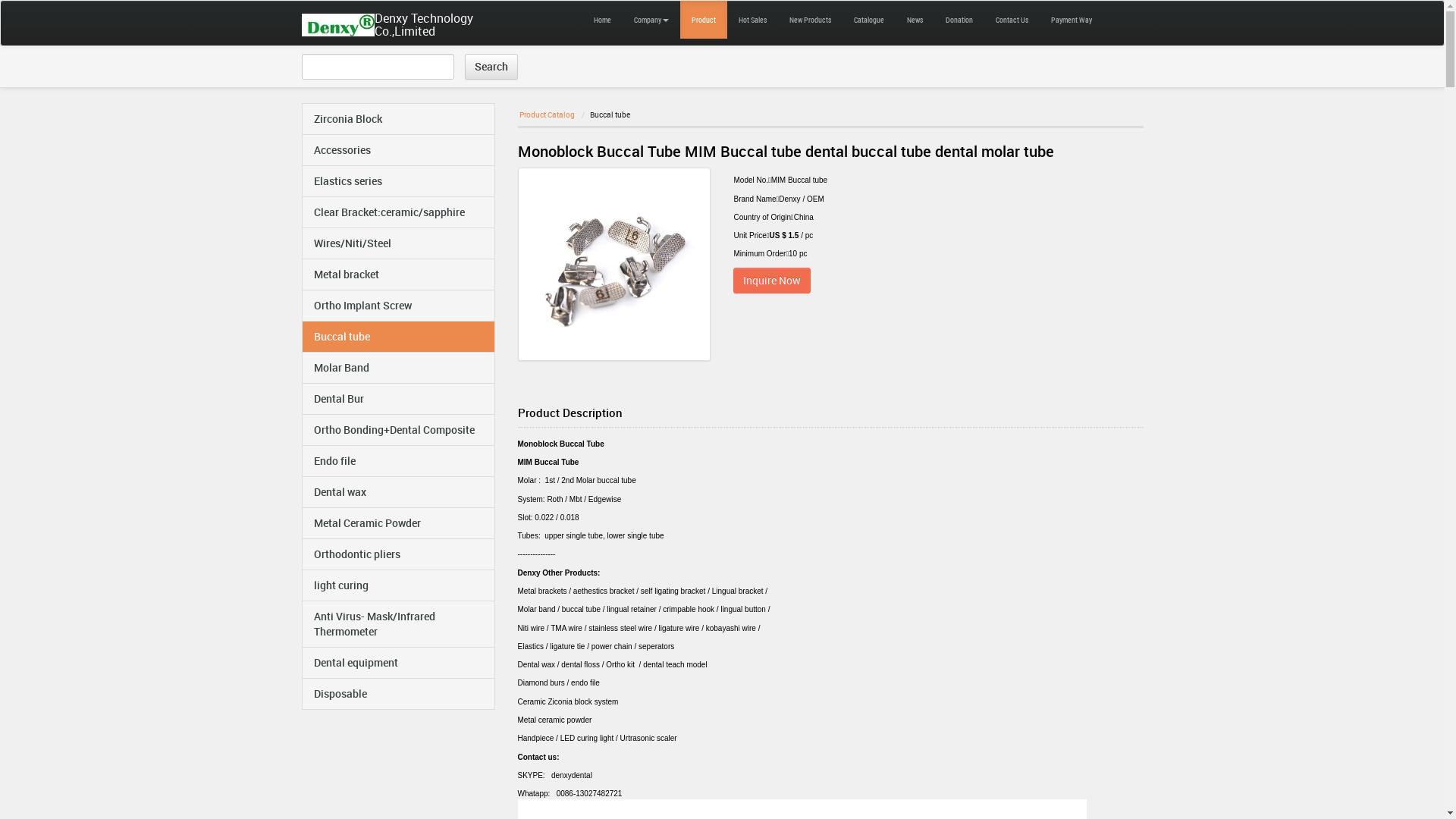  Describe the element at coordinates (868, 20) in the screenshot. I see `'Catalogue'` at that location.